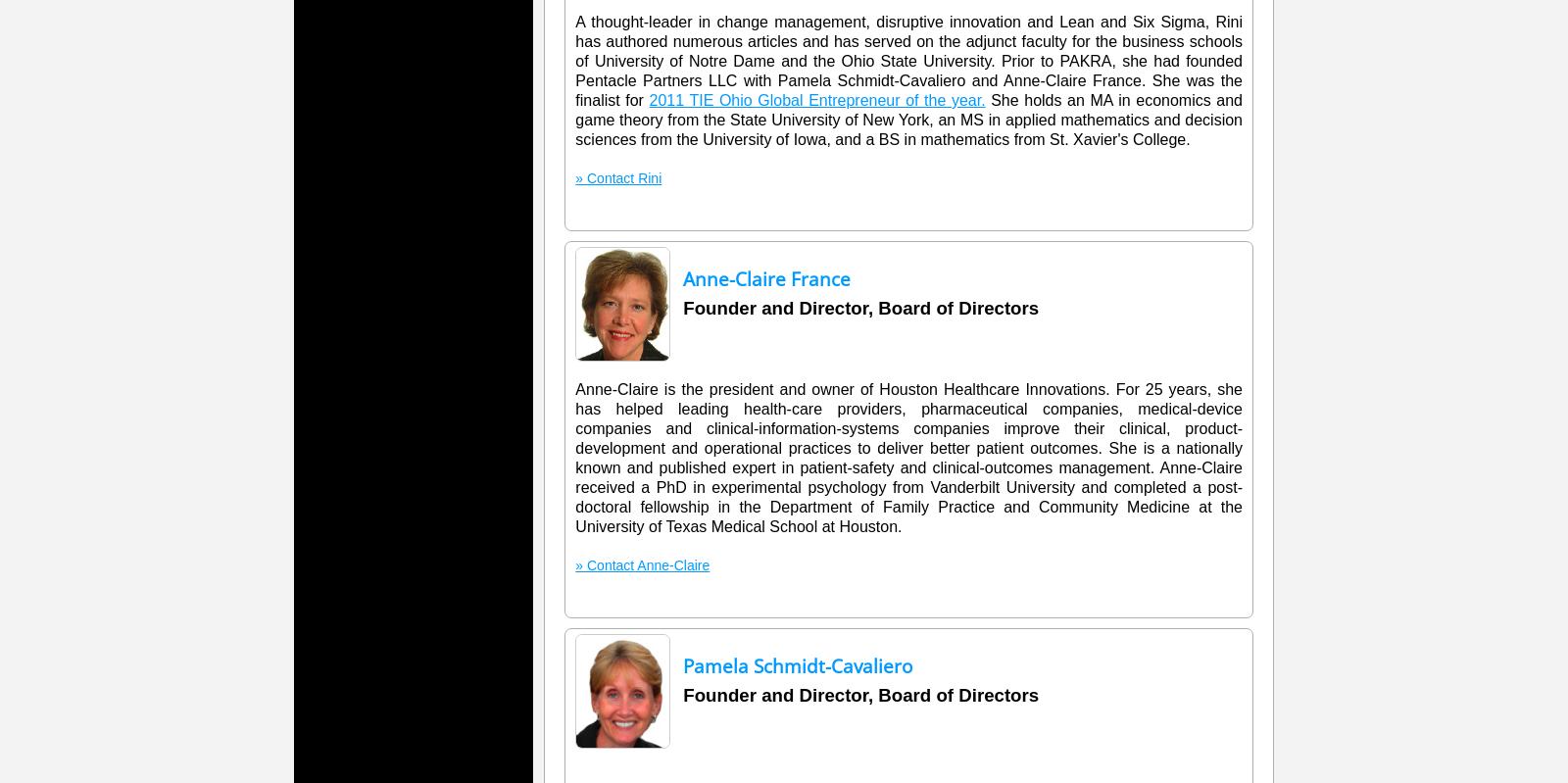 The width and height of the screenshot is (1568, 783). I want to click on 'She holds an MA in economics and game theory from the State University of New York, an MS in applied mathematics and decision sciences from the University of Iowa, and a BS in mathematics from St. Xavier's College.', so click(907, 119).